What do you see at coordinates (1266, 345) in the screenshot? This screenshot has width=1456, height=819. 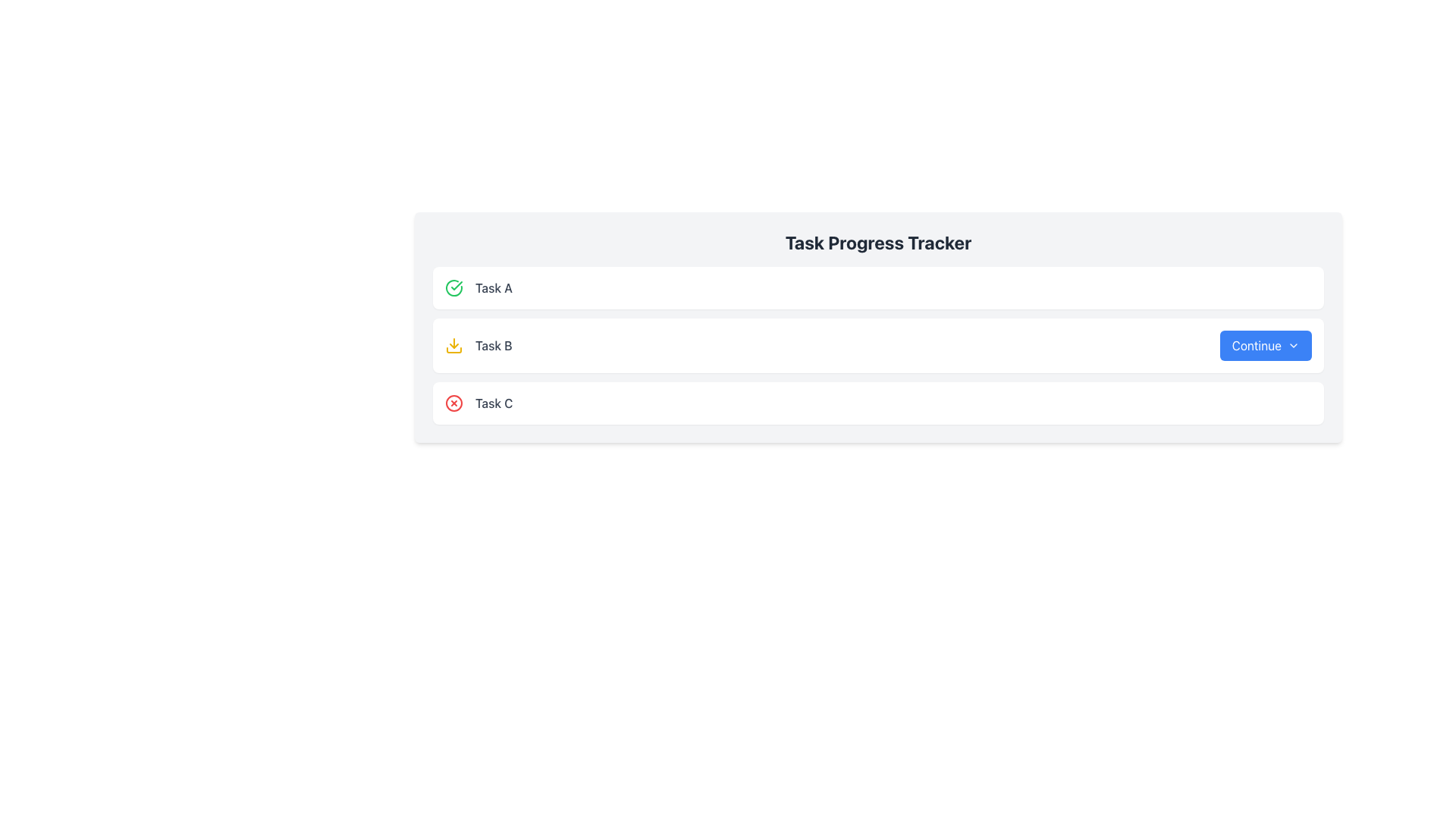 I see `the 'Continue' button with a blue background and white text located at the right end of the 'Task B' row` at bounding box center [1266, 345].